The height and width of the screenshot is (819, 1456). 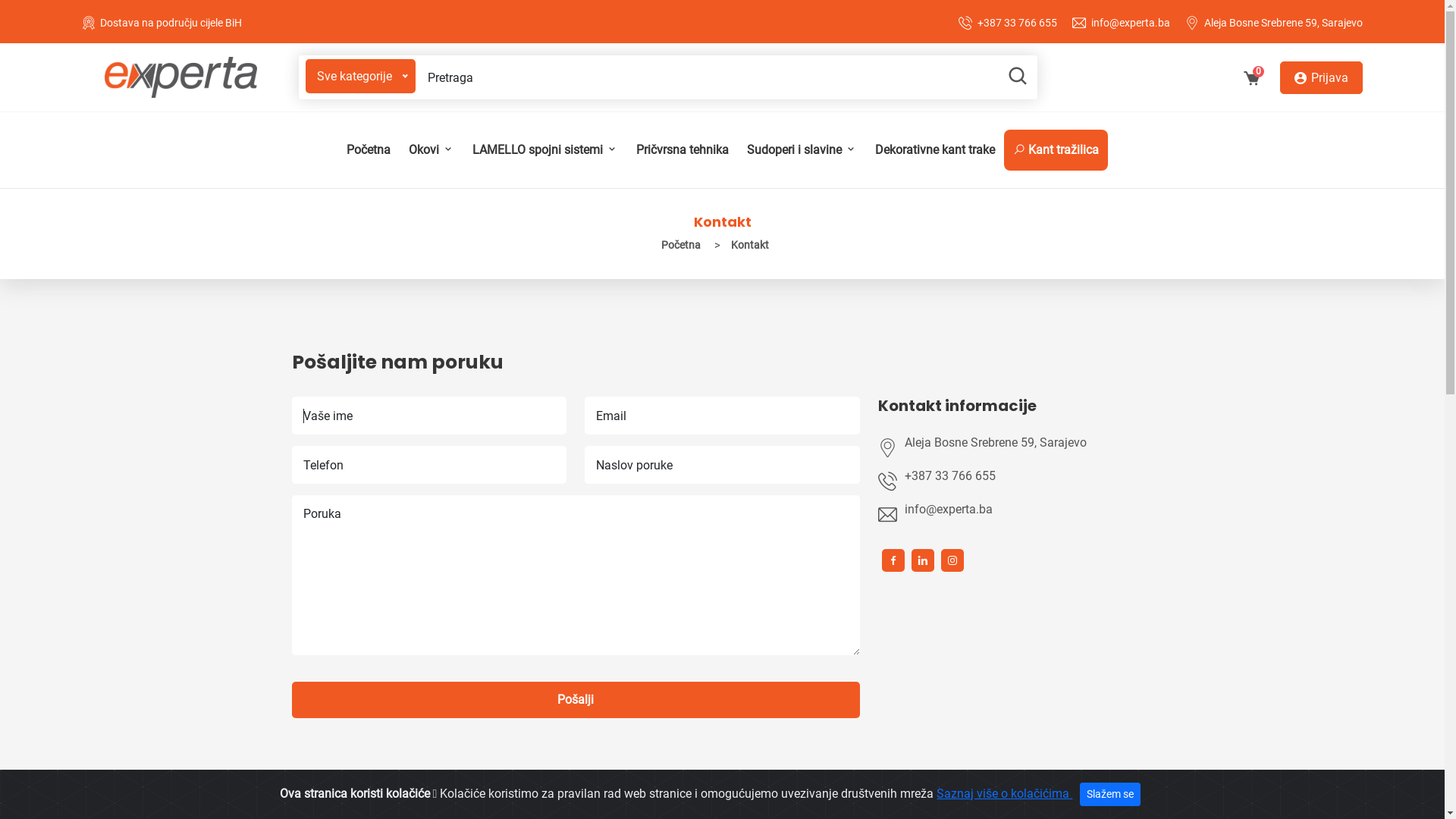 What do you see at coordinates (544, 149) in the screenshot?
I see `'LAMELLO spojni sistemi'` at bounding box center [544, 149].